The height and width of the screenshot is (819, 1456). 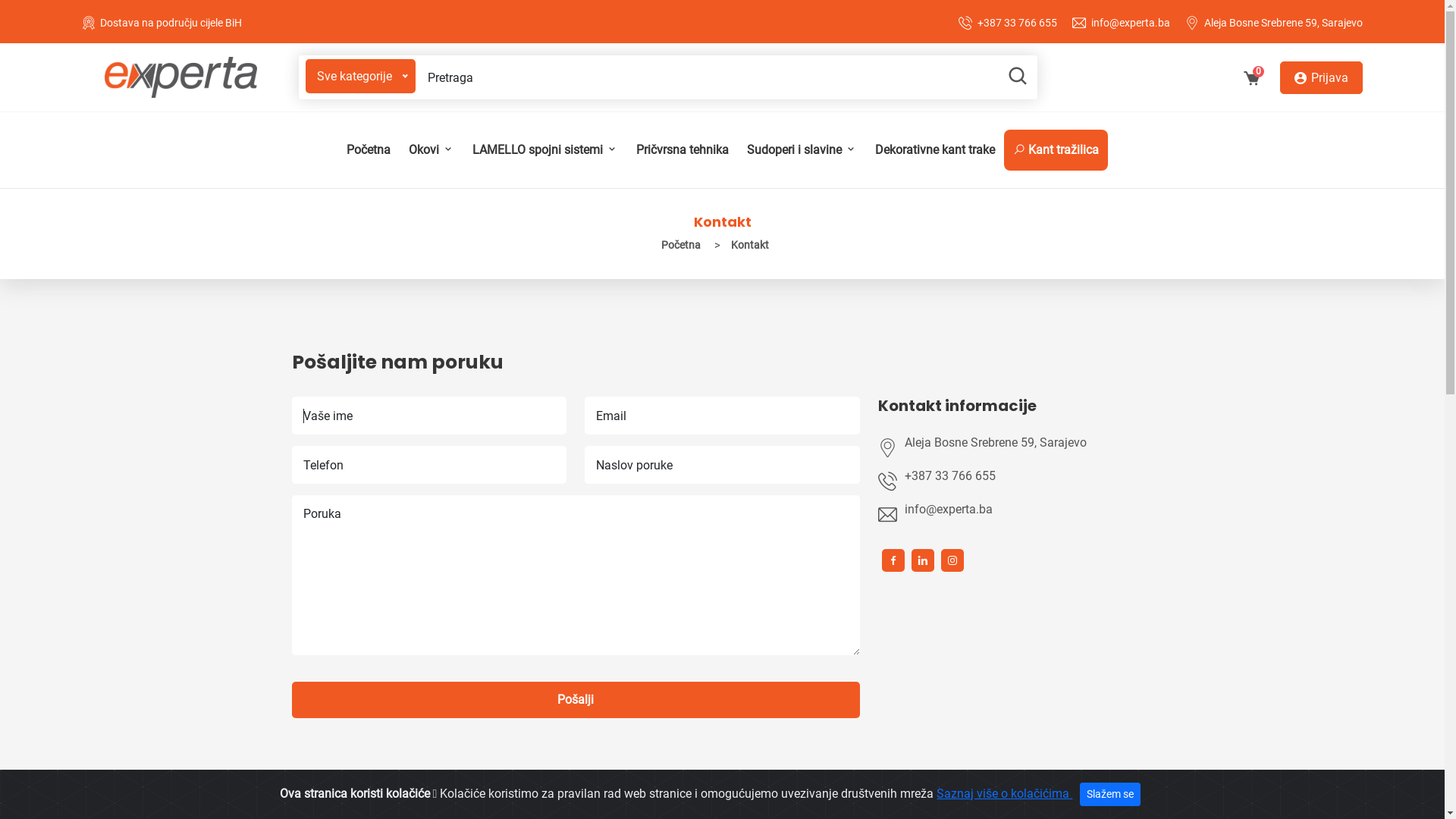 What do you see at coordinates (544, 149) in the screenshot?
I see `'LAMELLO spojni sistemi'` at bounding box center [544, 149].